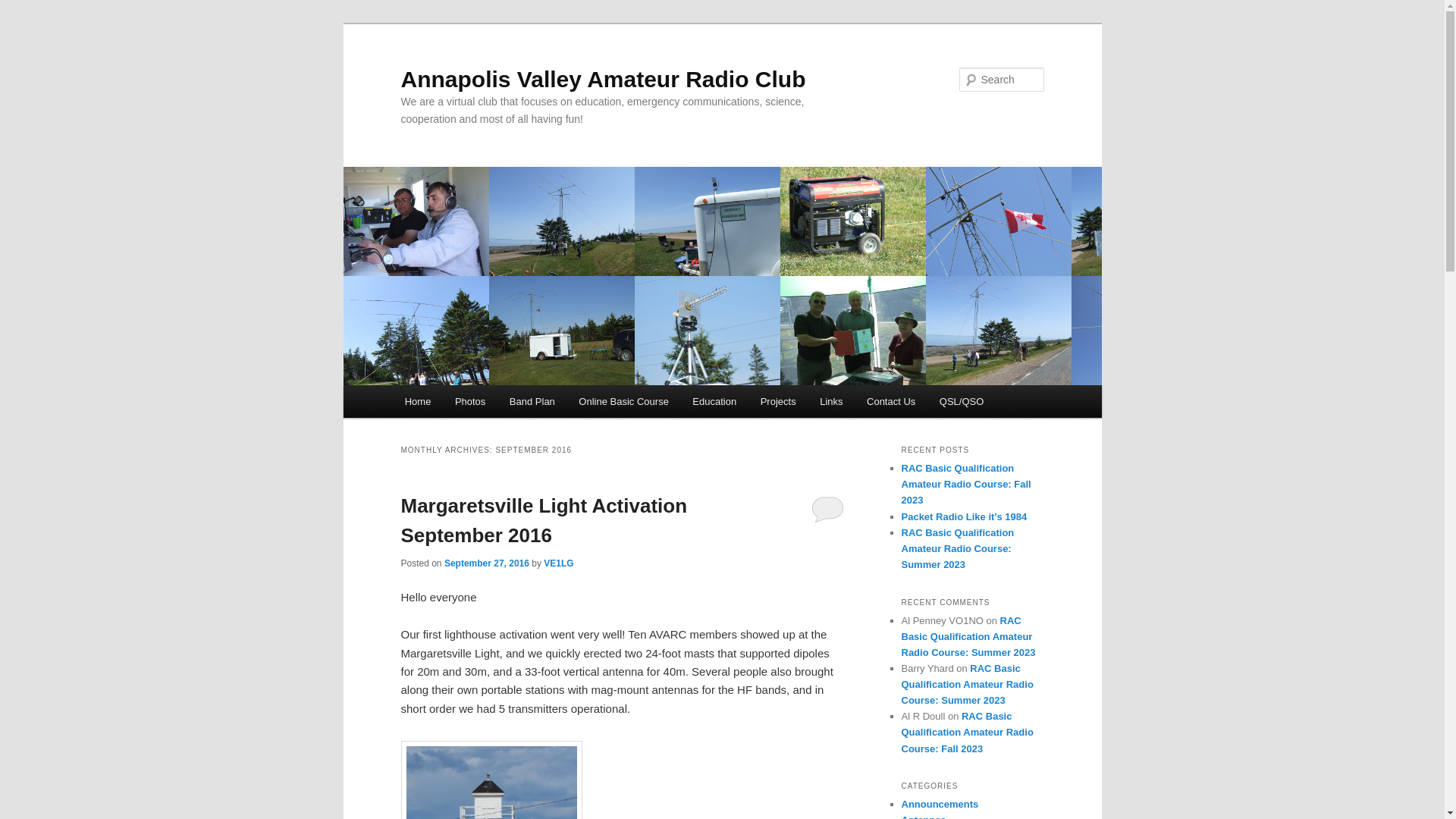 The width and height of the screenshot is (1456, 819). I want to click on 'Margaretsville Light Activation September 2016', so click(543, 519).